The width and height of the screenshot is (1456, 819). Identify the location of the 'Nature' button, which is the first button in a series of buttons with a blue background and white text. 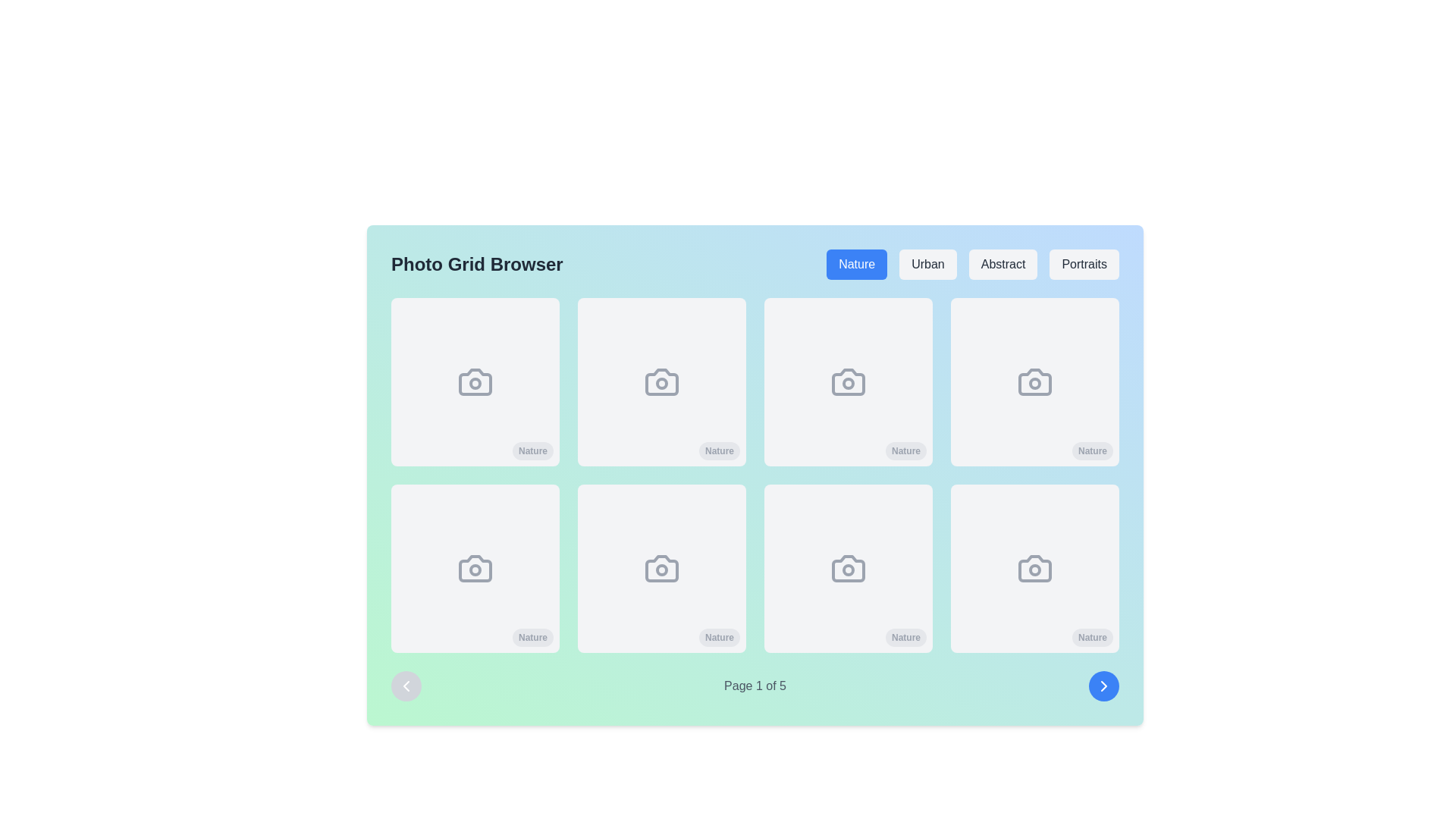
(857, 263).